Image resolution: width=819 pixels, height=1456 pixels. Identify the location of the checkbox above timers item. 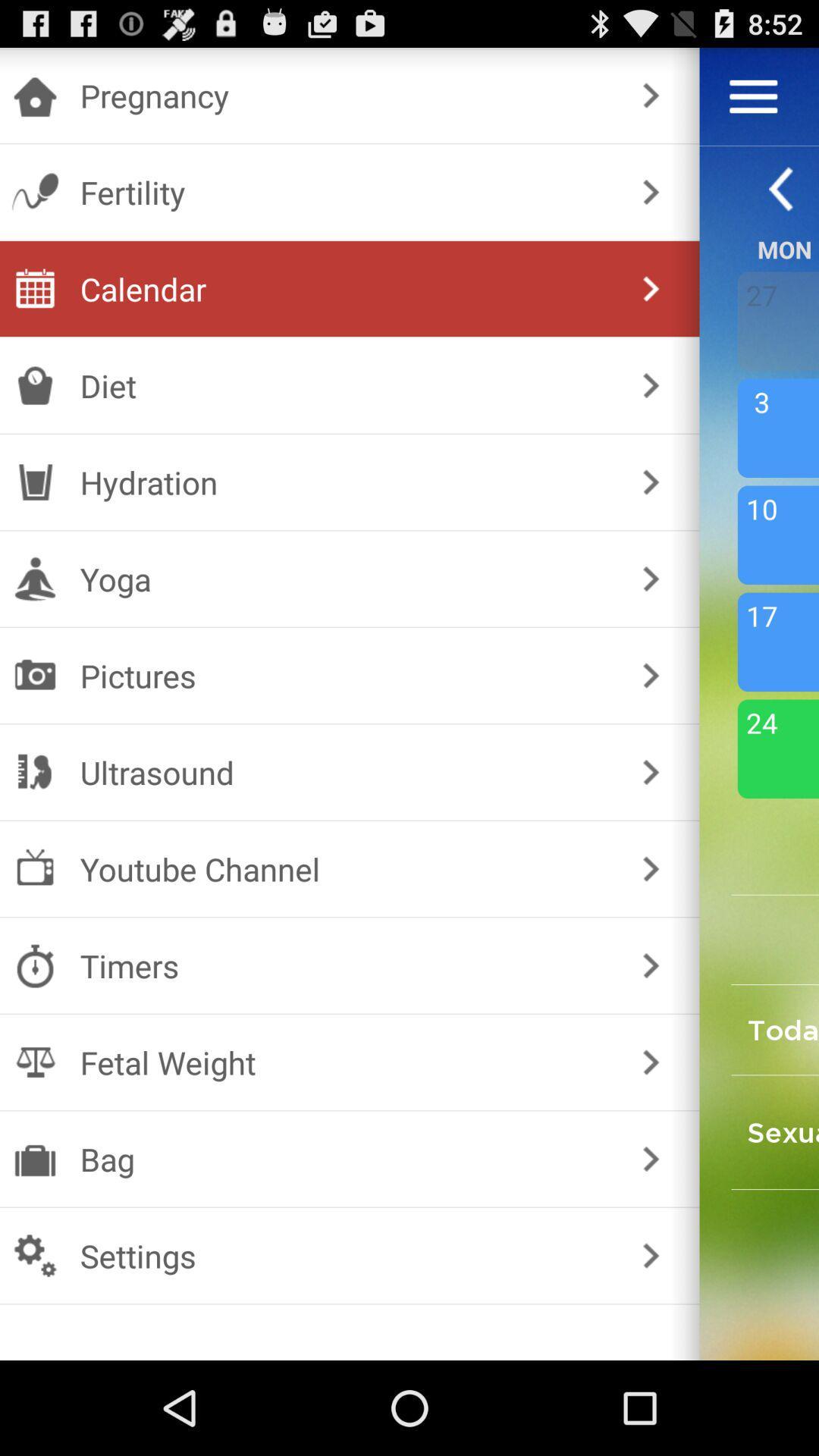
(347, 869).